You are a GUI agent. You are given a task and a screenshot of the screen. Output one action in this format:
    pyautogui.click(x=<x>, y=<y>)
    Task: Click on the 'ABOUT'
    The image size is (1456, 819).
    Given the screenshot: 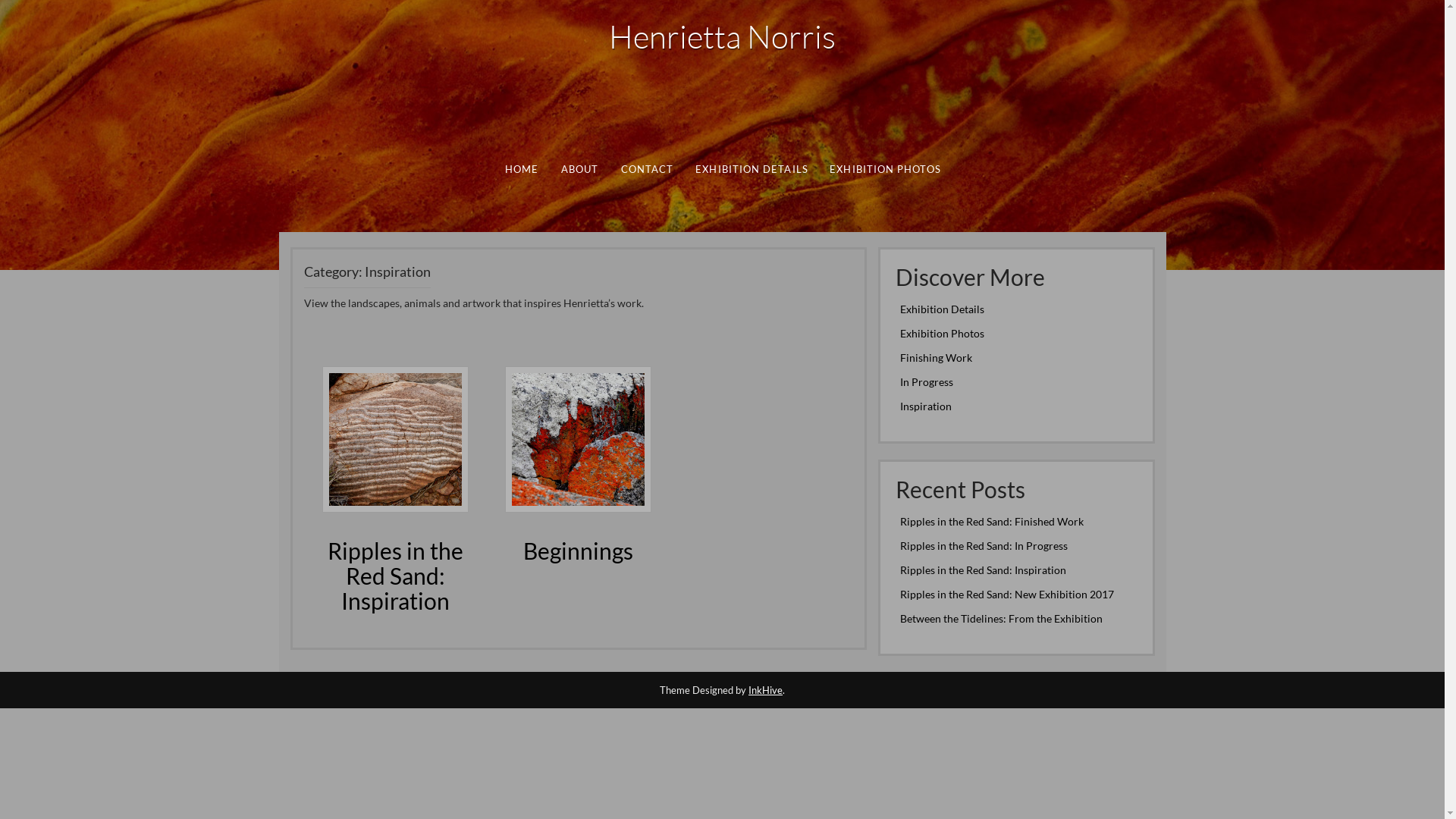 What is the action you would take?
    pyautogui.click(x=578, y=169)
    